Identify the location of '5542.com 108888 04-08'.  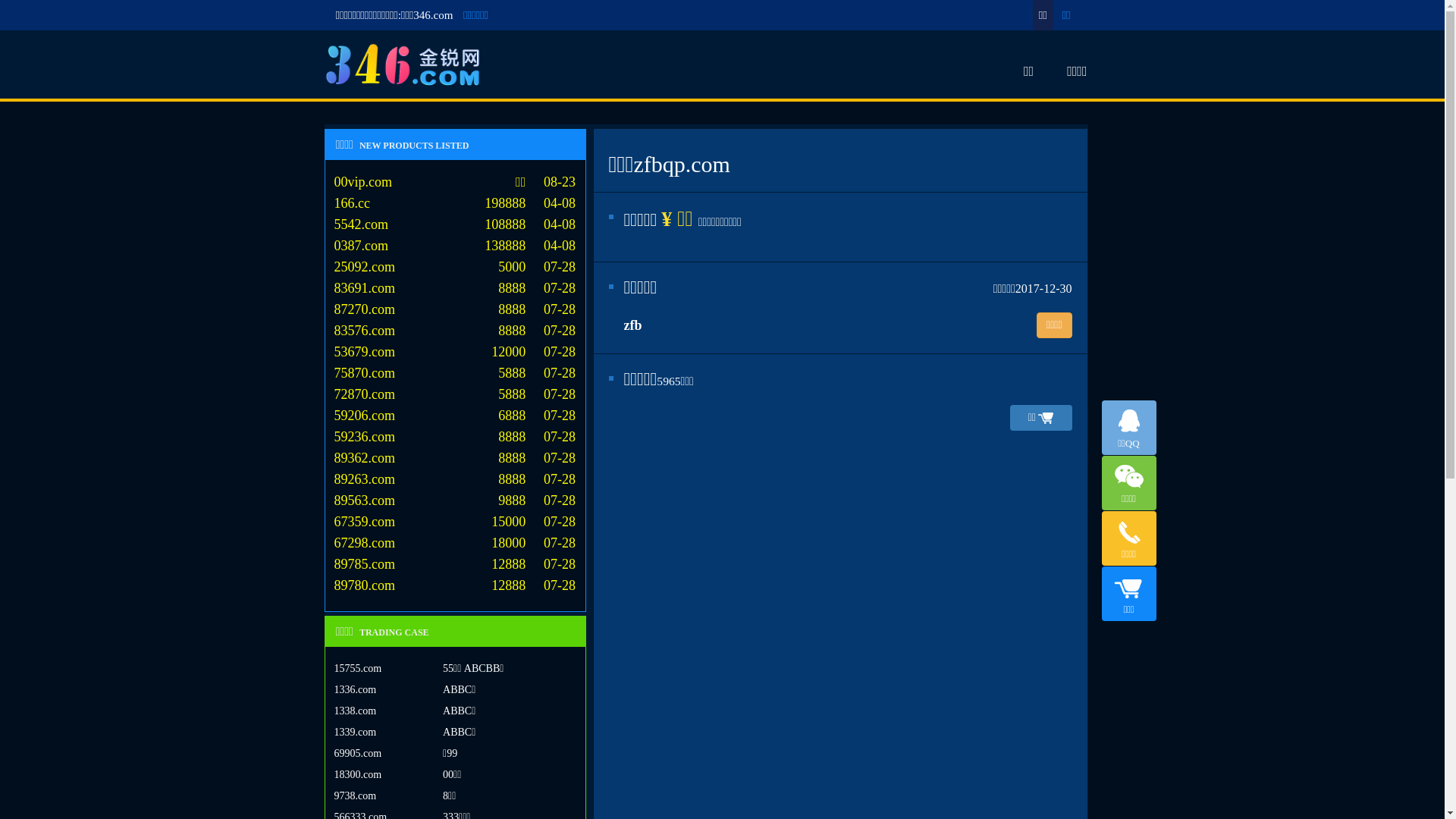
(453, 231).